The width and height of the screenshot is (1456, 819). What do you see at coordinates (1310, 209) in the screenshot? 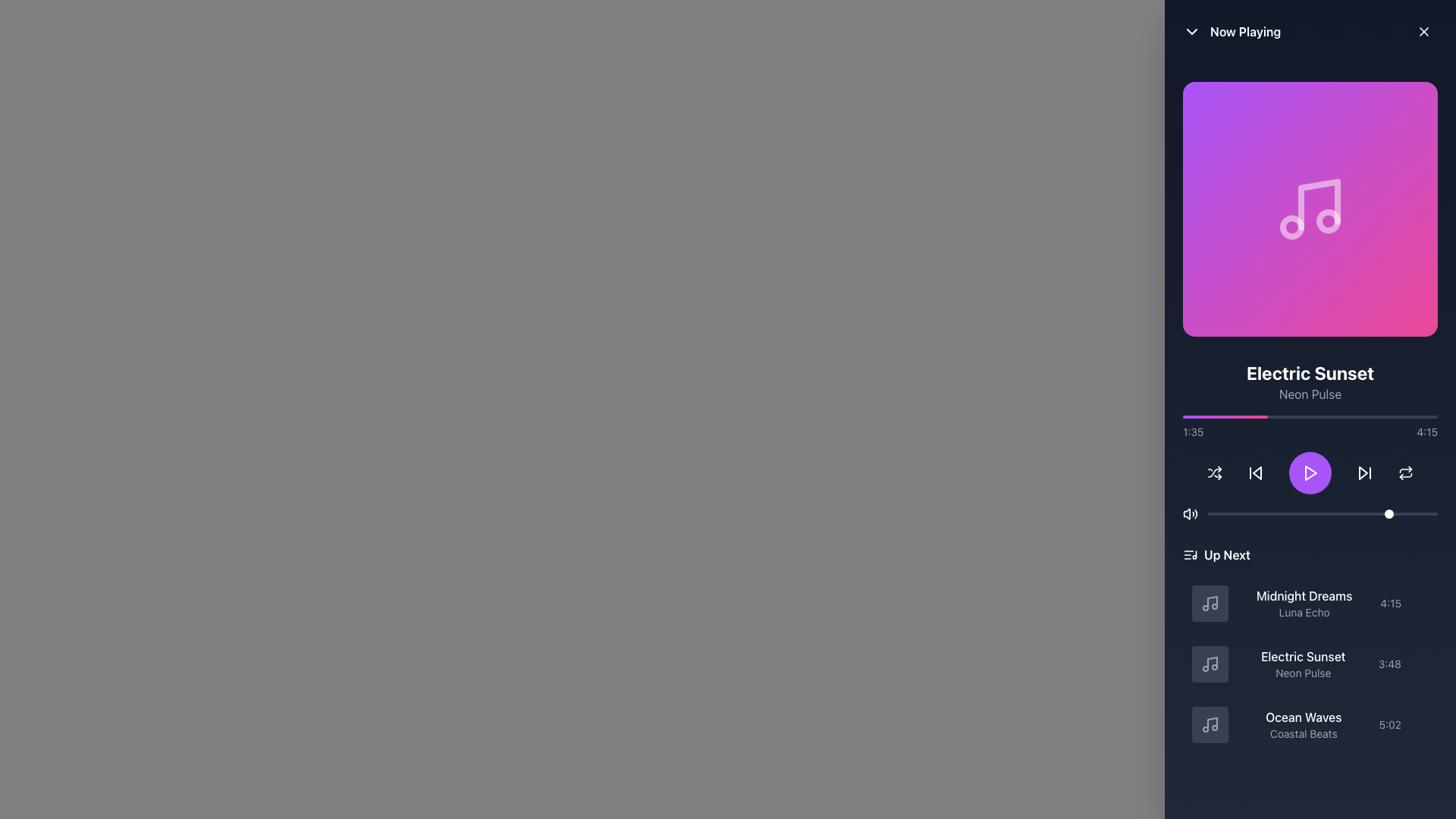
I see `the visual display area showcasing the album artwork, located in the upper-mid portion of the 'Now Playing' section, above the text displaying 'Electric Sunset' by 'Neon Pulse'` at bounding box center [1310, 209].